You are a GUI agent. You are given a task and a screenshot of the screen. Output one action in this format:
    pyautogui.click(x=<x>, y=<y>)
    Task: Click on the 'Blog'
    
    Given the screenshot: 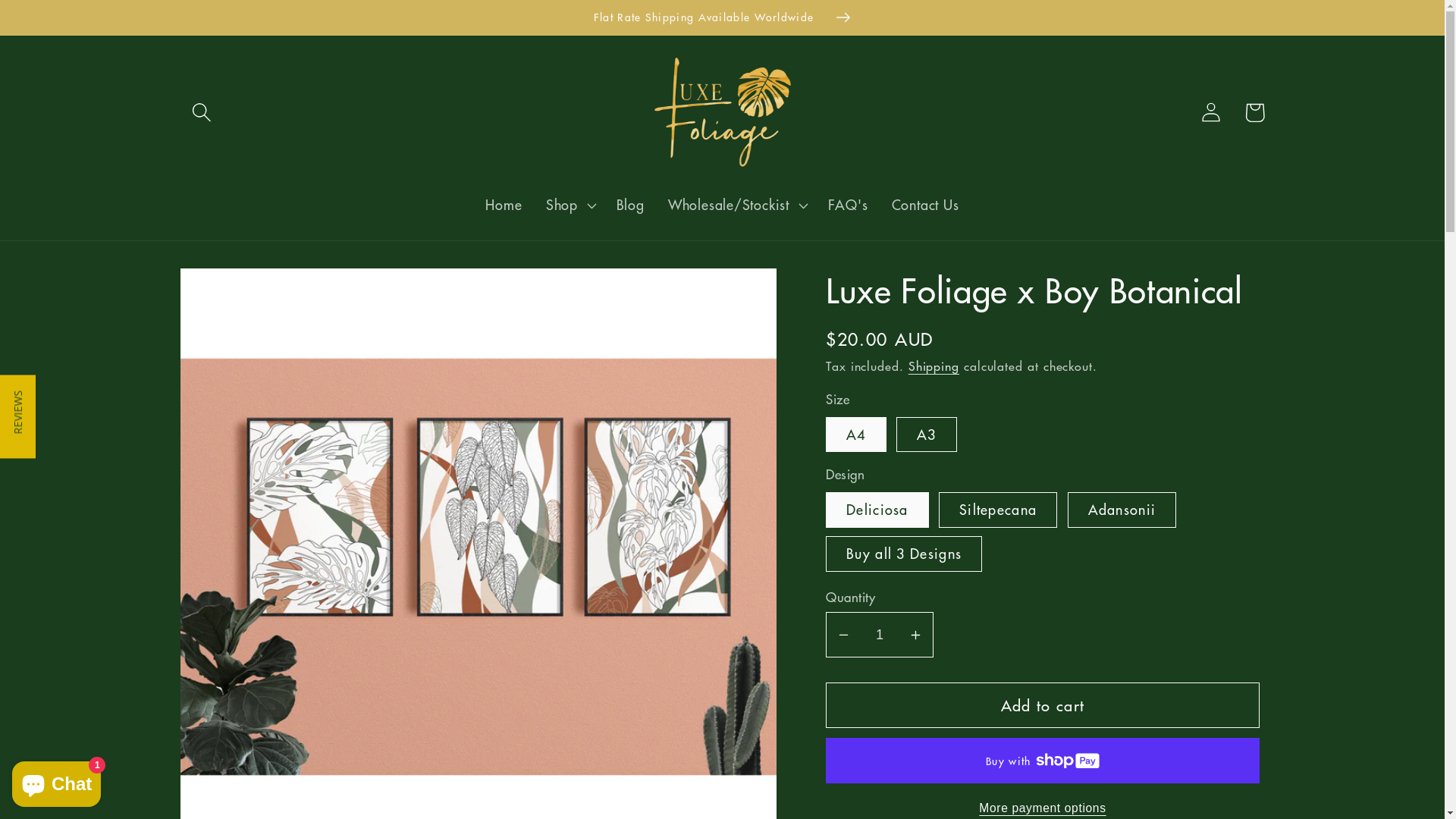 What is the action you would take?
    pyautogui.click(x=629, y=205)
    